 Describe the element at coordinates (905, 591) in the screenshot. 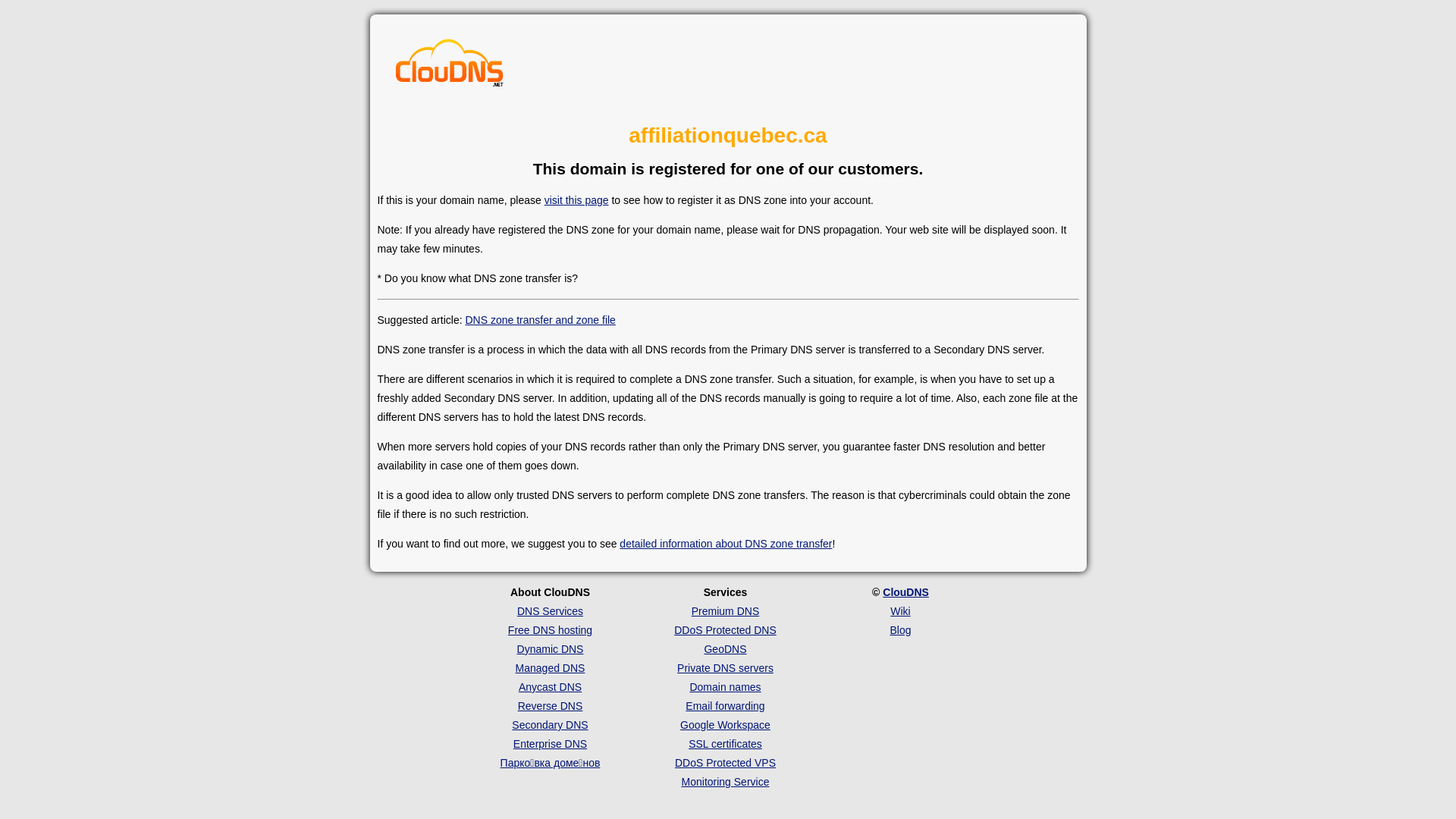

I see `'ClouDNS'` at that location.